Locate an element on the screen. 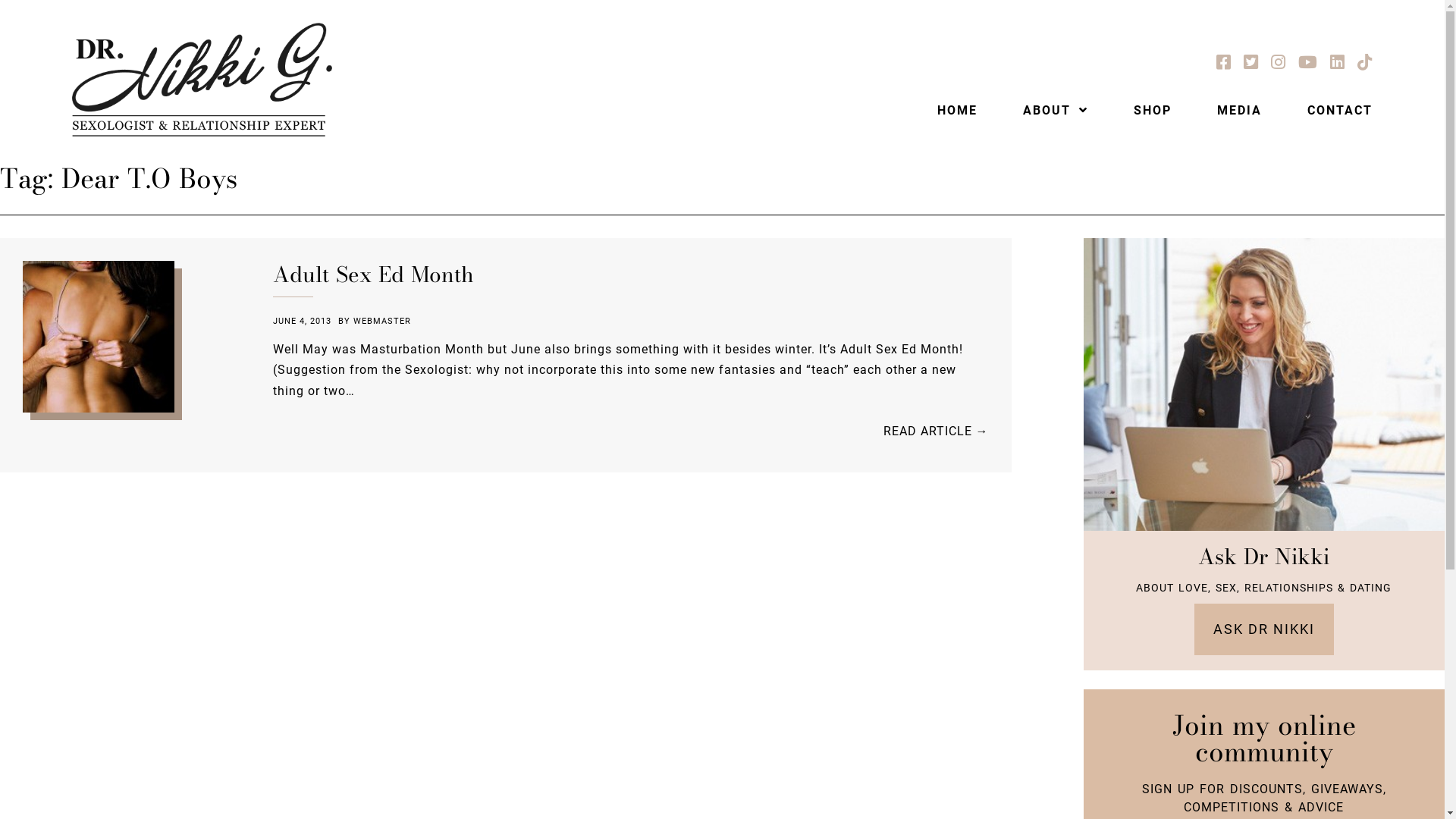 The image size is (1456, 819). 'ASK DR NIKKI' is located at coordinates (1263, 629).